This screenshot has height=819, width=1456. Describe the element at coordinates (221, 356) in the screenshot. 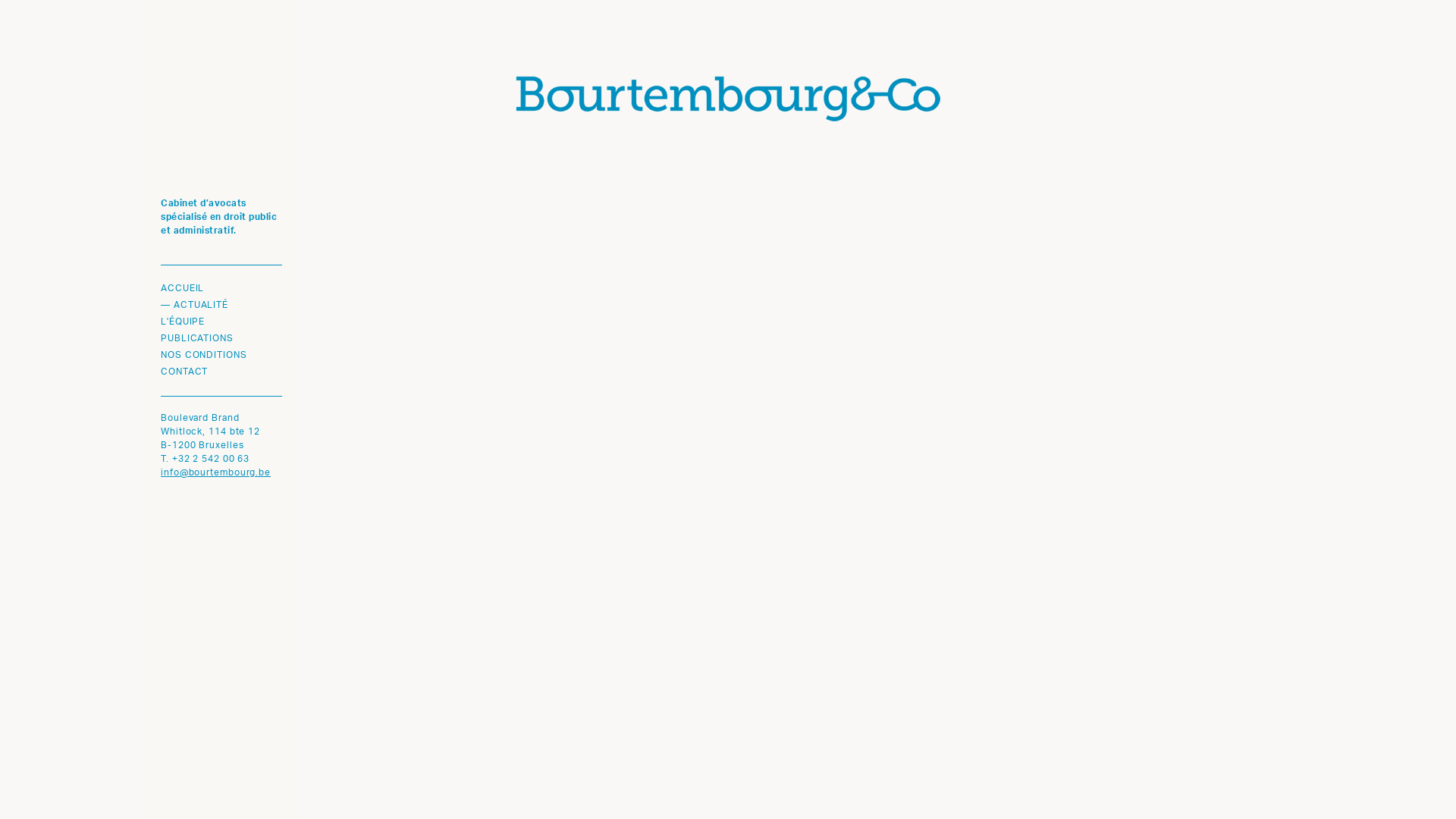

I see `'NOS CONDITIONS'` at that location.